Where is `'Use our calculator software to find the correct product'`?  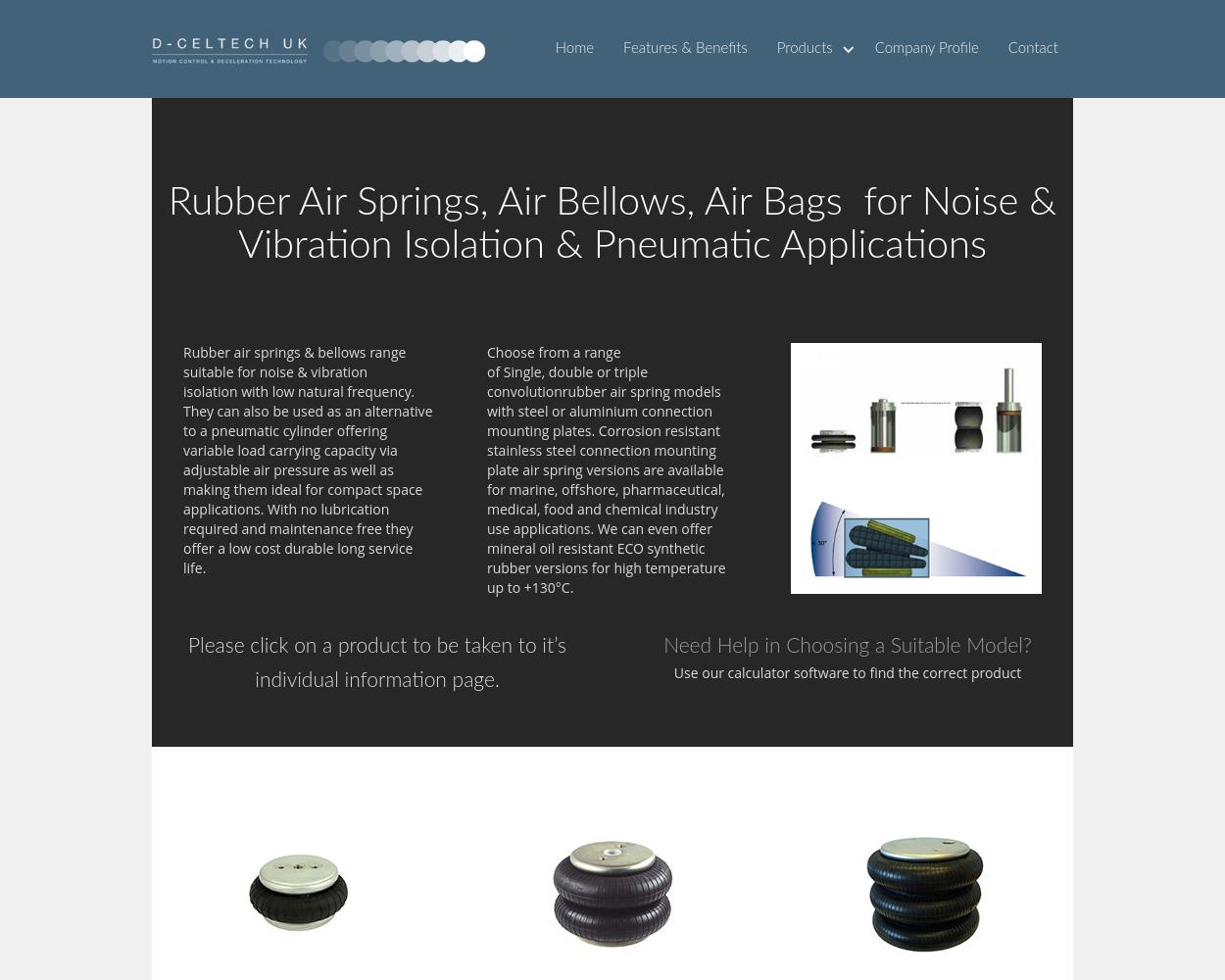 'Use our calculator software to find the correct product' is located at coordinates (846, 672).